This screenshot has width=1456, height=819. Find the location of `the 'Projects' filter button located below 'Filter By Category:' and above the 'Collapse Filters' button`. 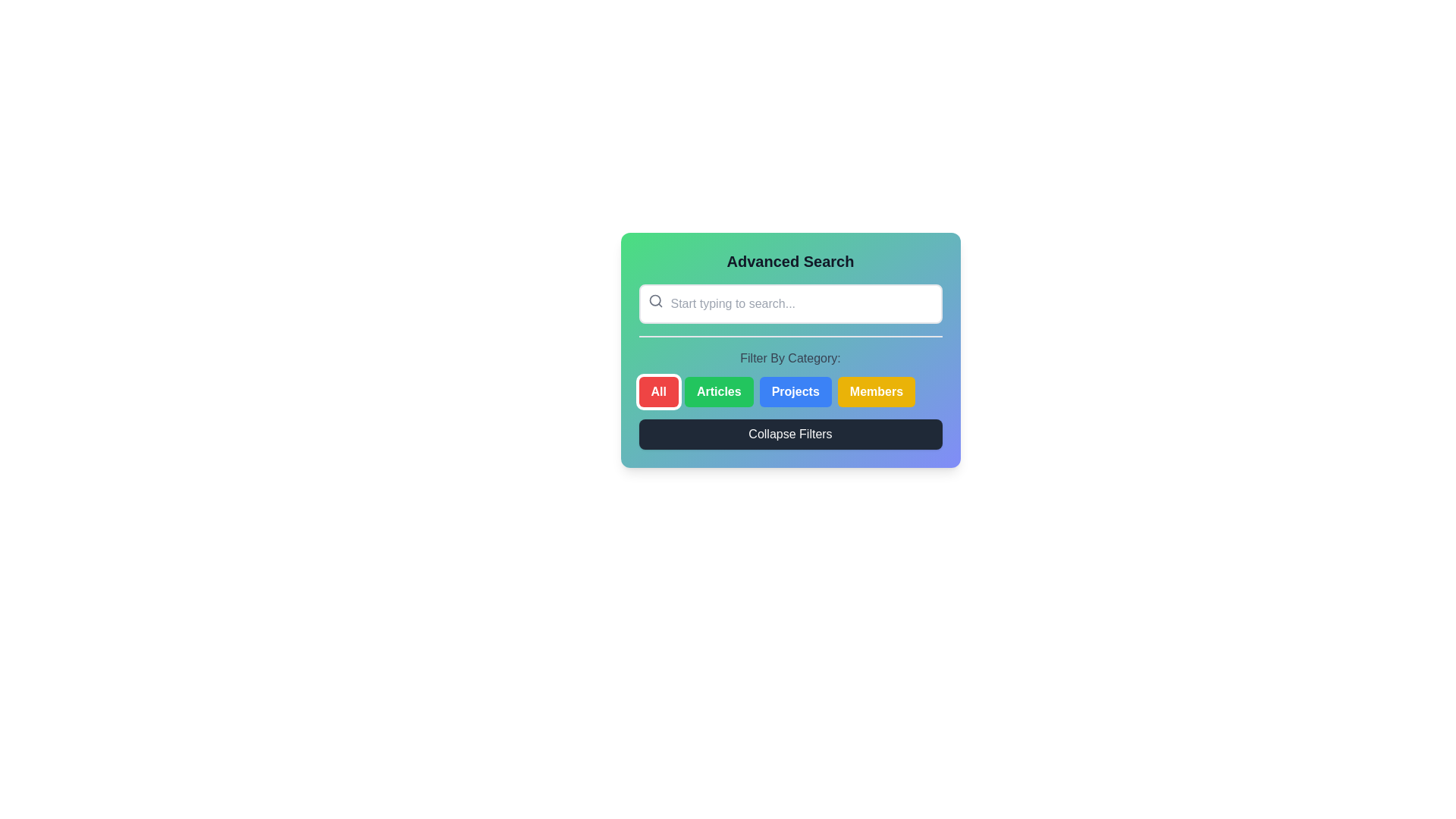

the 'Projects' filter button located below 'Filter By Category:' and above the 'Collapse Filters' button is located at coordinates (789, 408).